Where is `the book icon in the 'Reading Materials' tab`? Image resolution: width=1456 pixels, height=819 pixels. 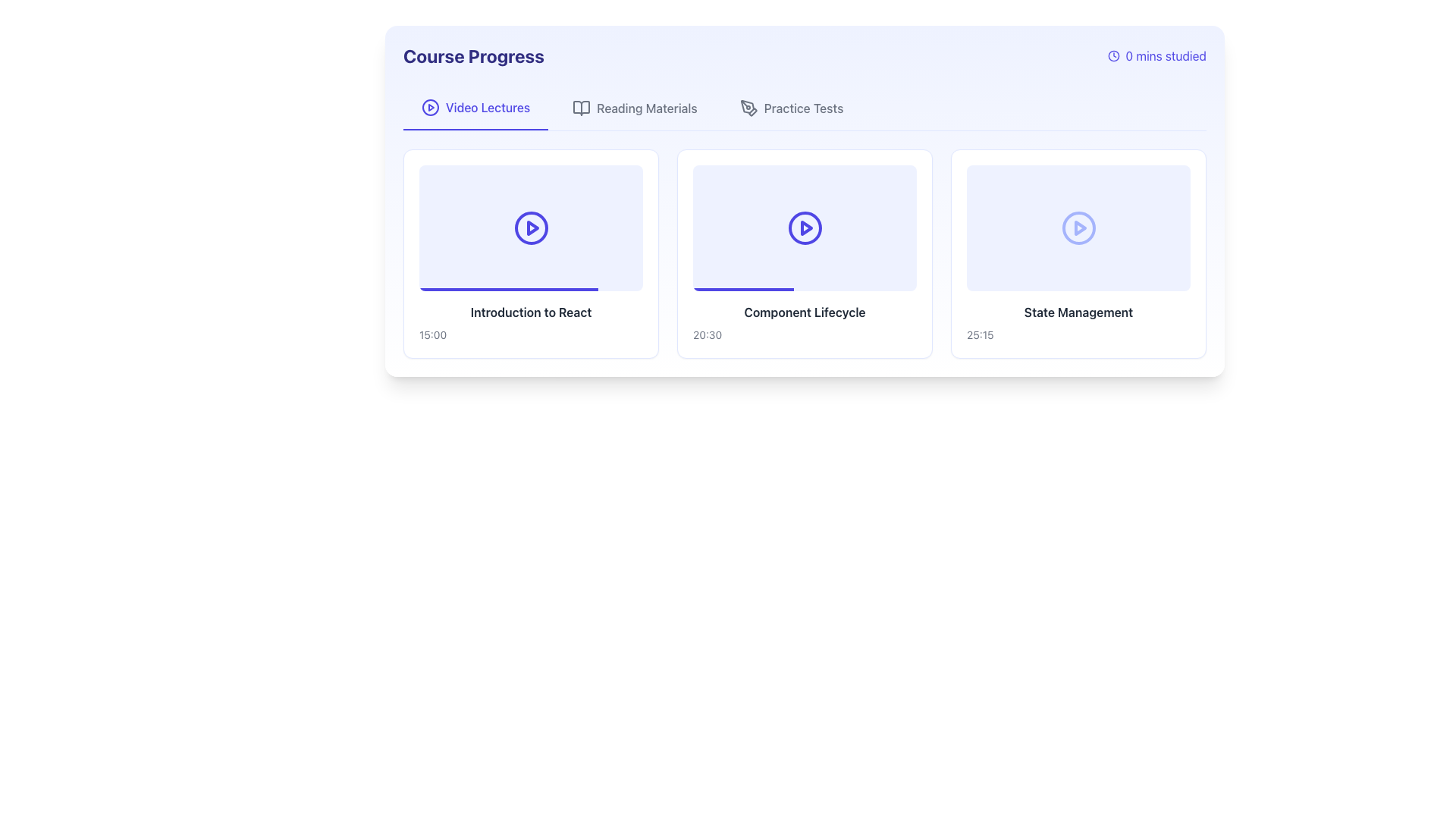
the book icon in the 'Reading Materials' tab is located at coordinates (581, 107).